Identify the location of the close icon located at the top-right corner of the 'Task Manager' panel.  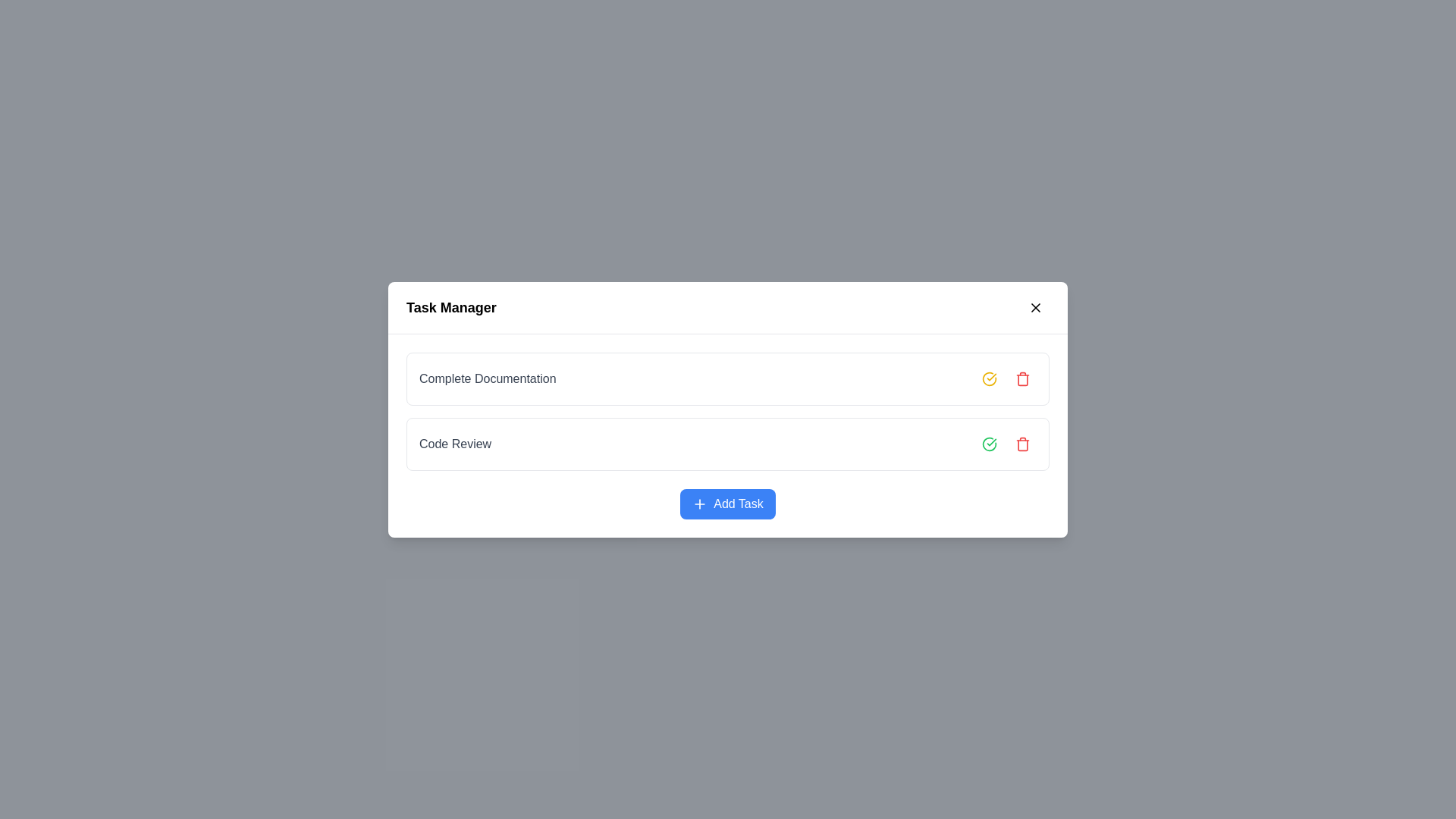
(1035, 307).